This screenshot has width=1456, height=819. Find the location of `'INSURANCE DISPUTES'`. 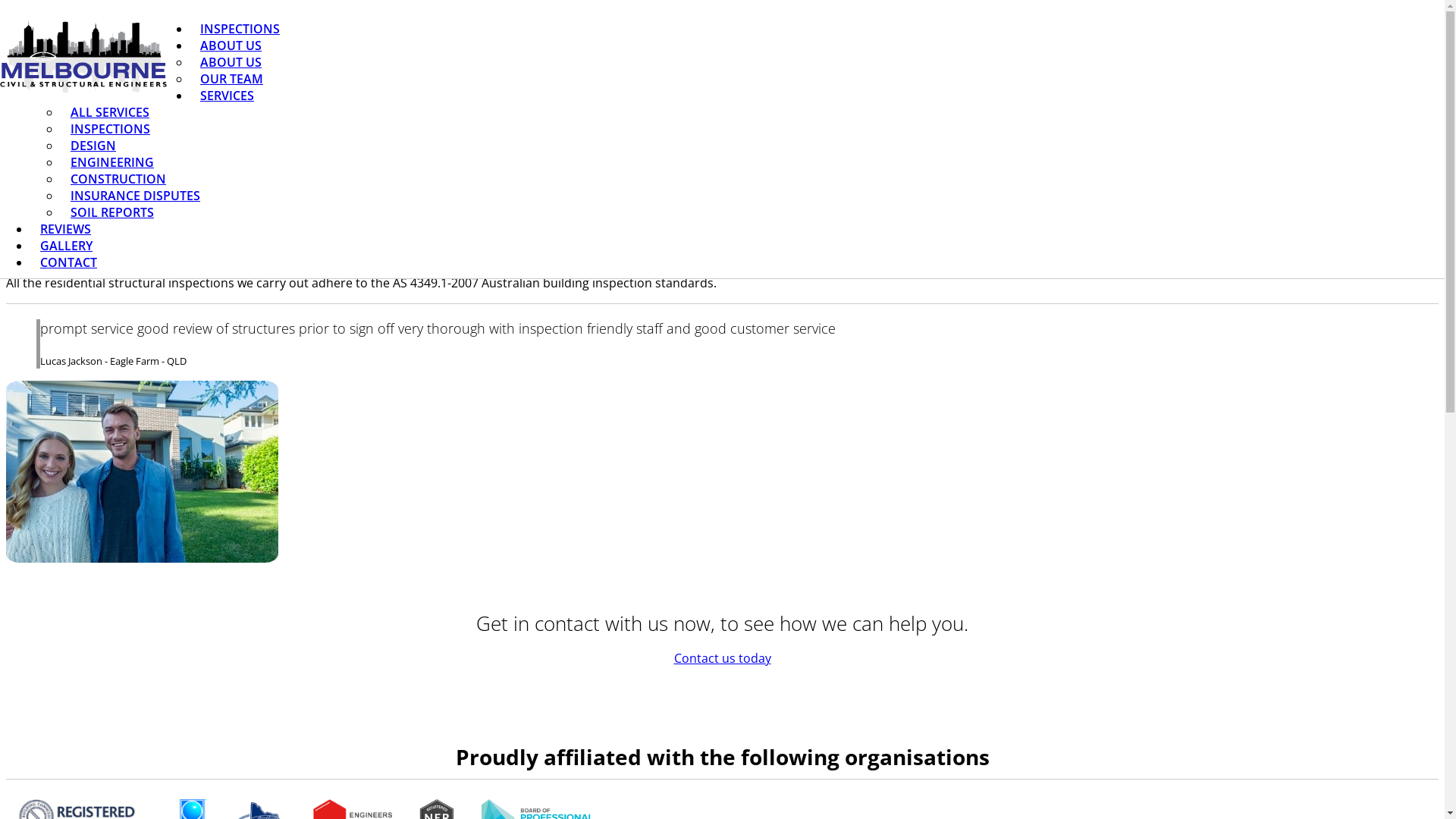

'INSURANCE DISPUTES' is located at coordinates (135, 195).